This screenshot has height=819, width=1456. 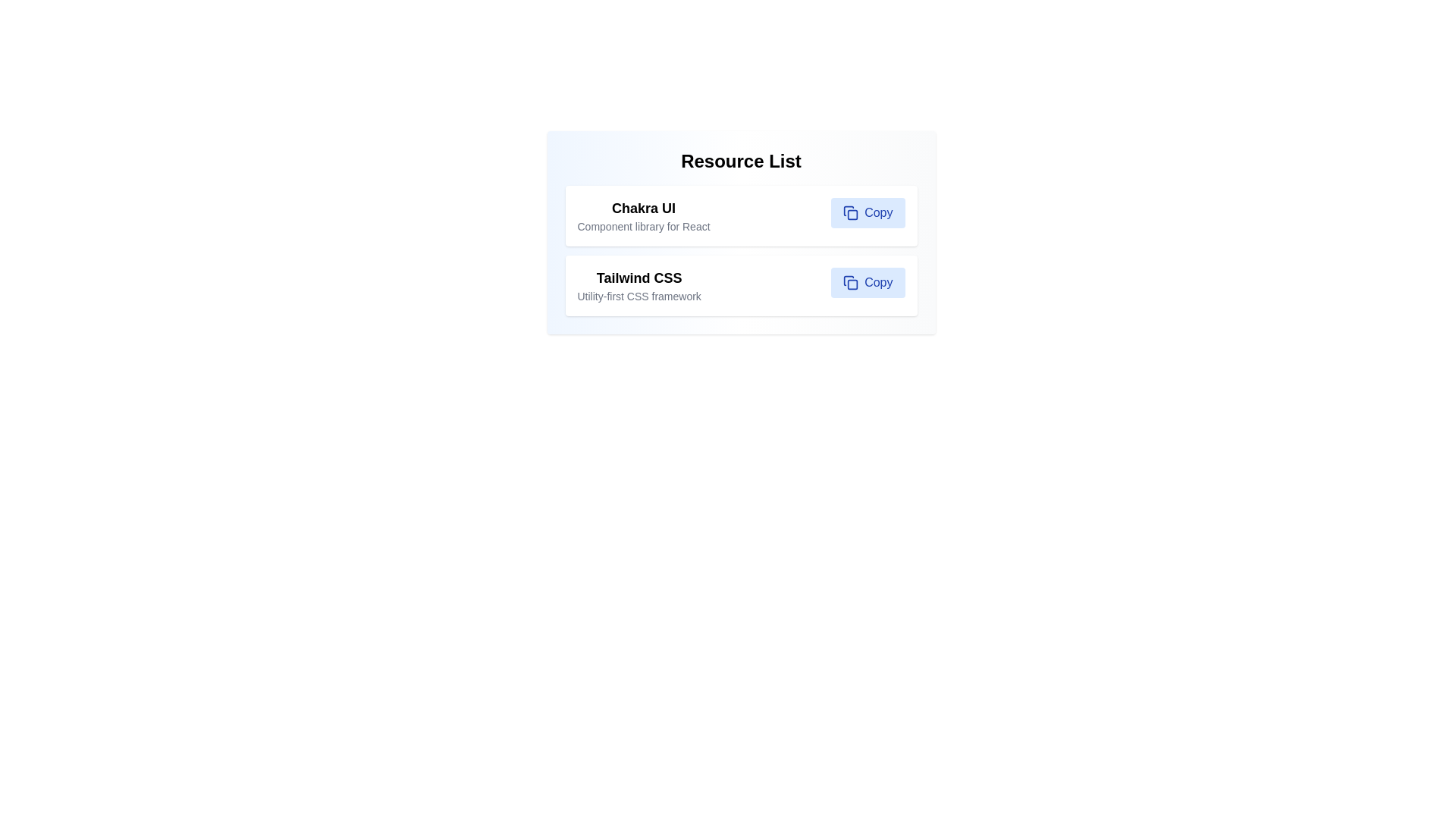 What do you see at coordinates (868, 213) in the screenshot?
I see `the copy button located at the top-right corner of the 'Chakra UI' card, below the 'Resource List' title` at bounding box center [868, 213].